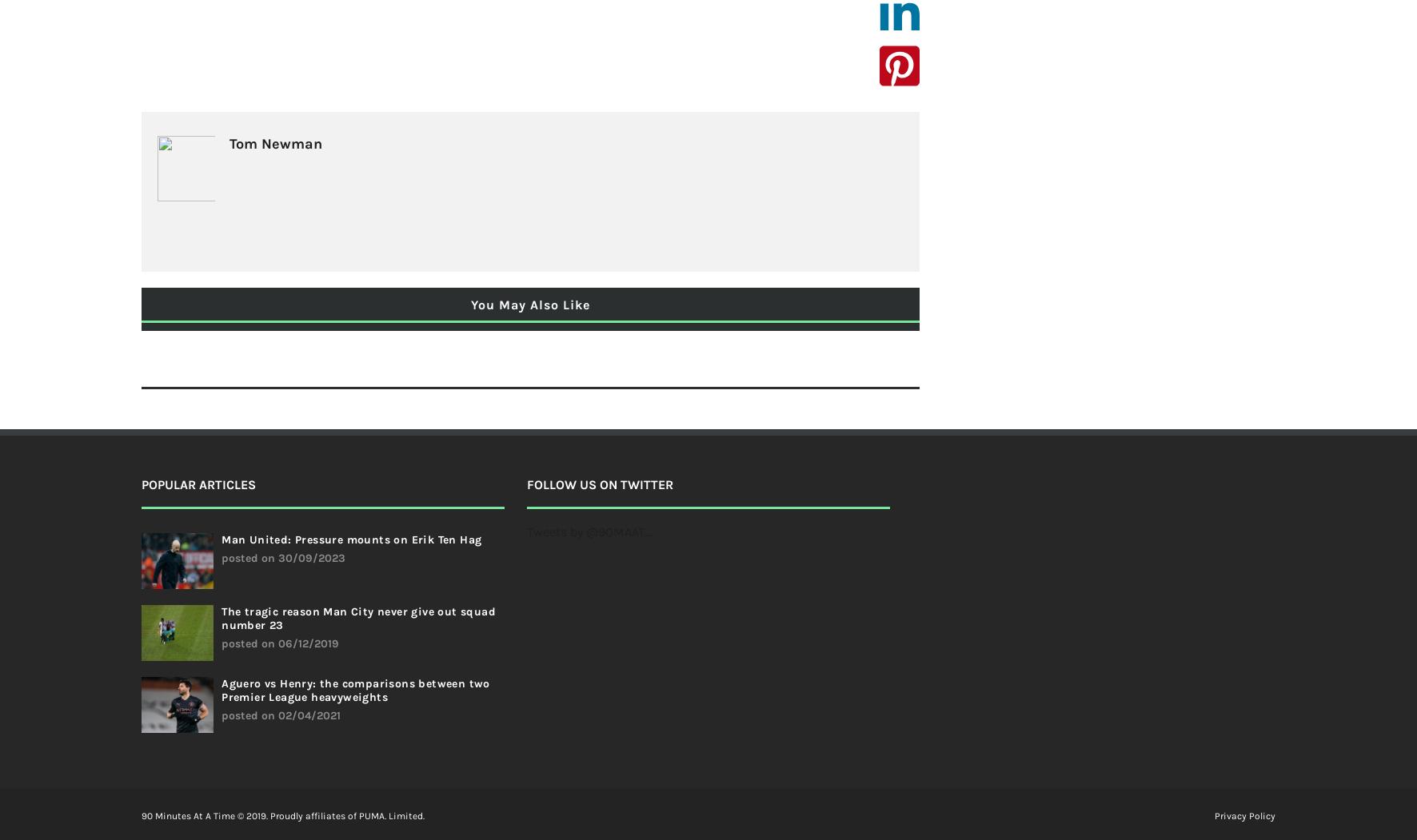  Describe the element at coordinates (529, 304) in the screenshot. I see `'You May Also Like'` at that location.